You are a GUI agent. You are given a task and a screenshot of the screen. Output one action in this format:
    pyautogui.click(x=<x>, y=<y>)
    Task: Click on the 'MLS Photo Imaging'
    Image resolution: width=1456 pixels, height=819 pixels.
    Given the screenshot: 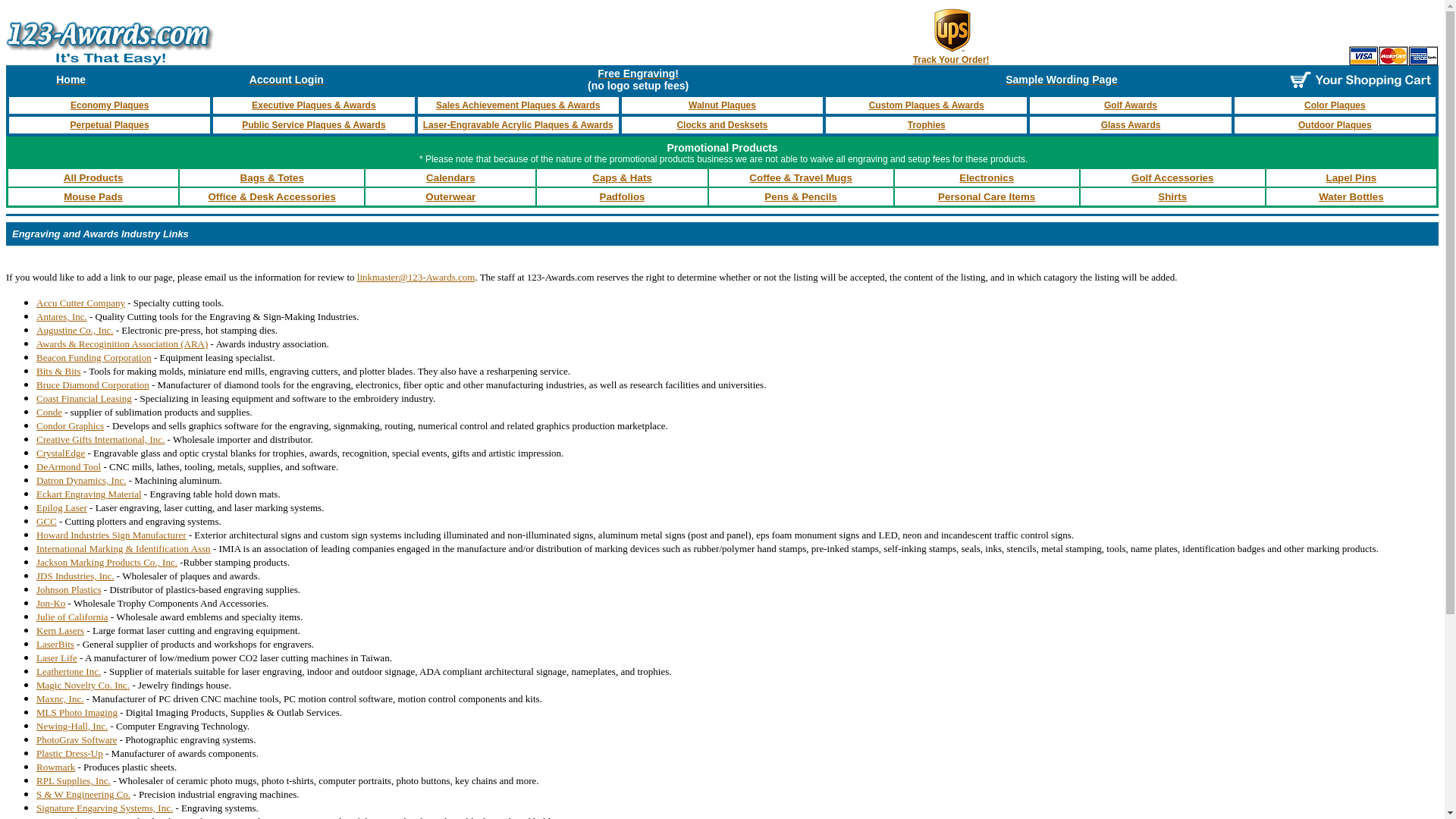 What is the action you would take?
    pyautogui.click(x=76, y=712)
    